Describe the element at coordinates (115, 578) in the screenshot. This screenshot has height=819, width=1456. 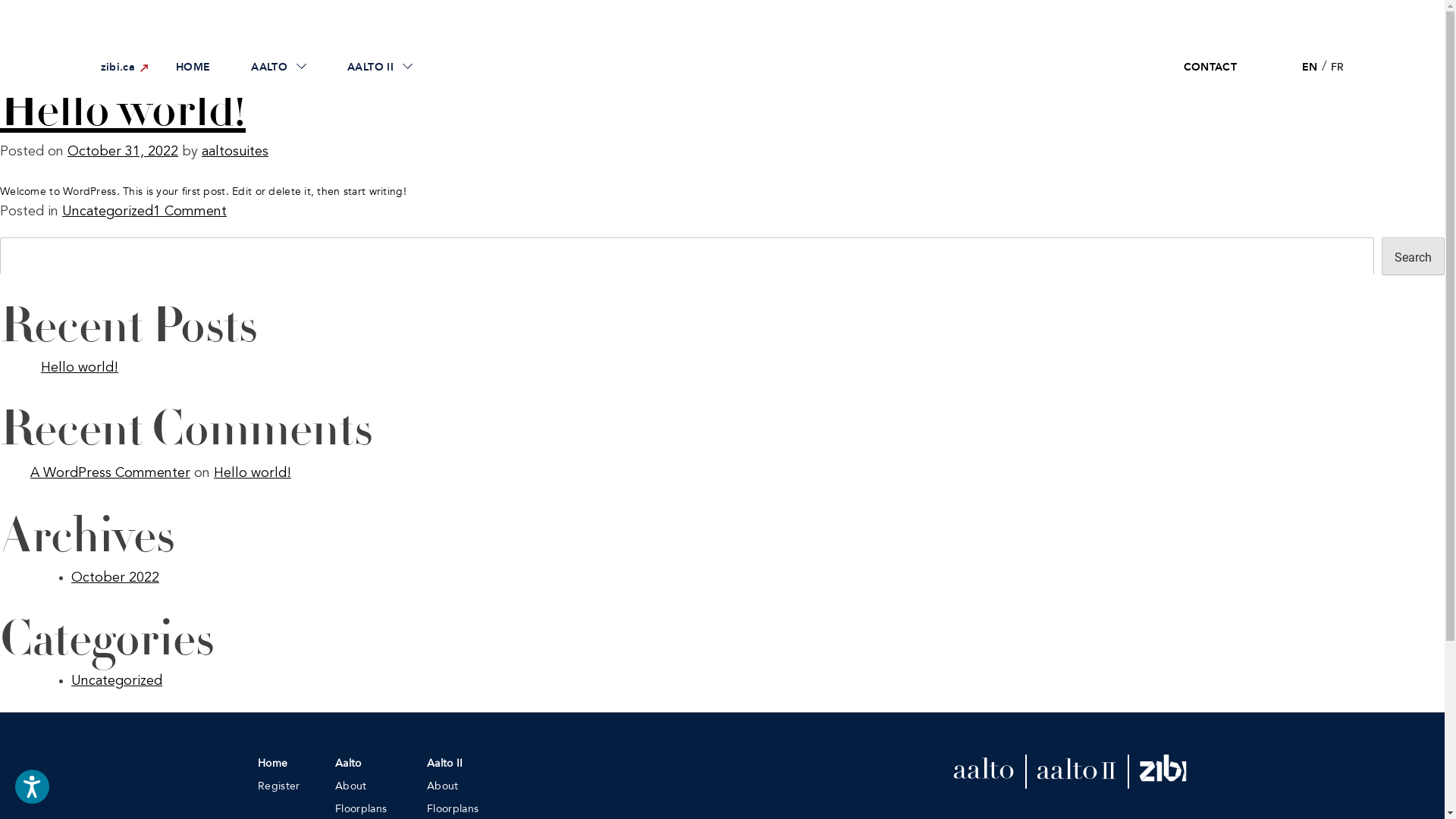
I see `'October 2022'` at that location.